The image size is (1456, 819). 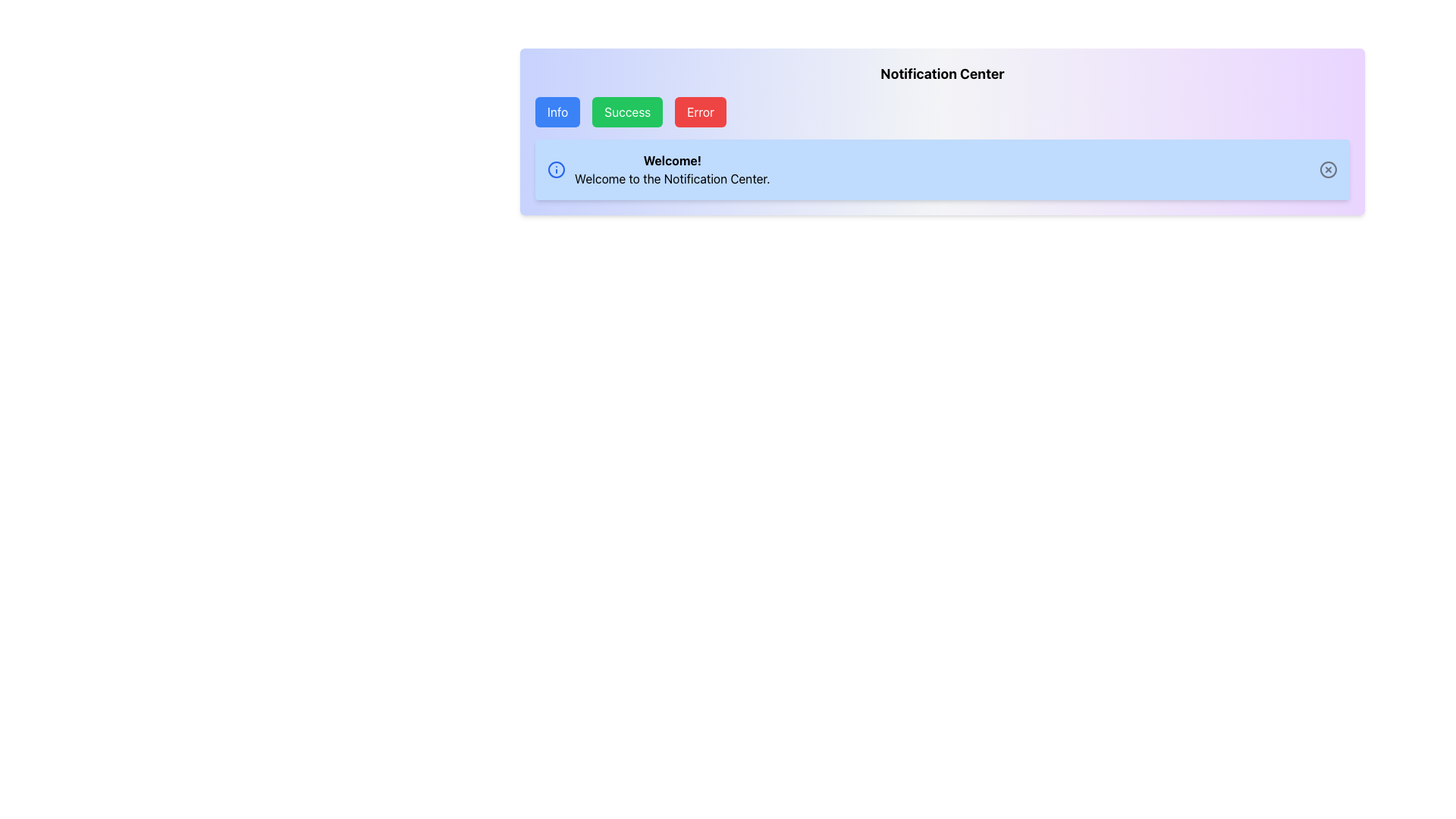 I want to click on the non-interactive SVG Circle that is part of an informational icon, located within a notification card to the left of the 'Welcome!' text block, so click(x=556, y=169).